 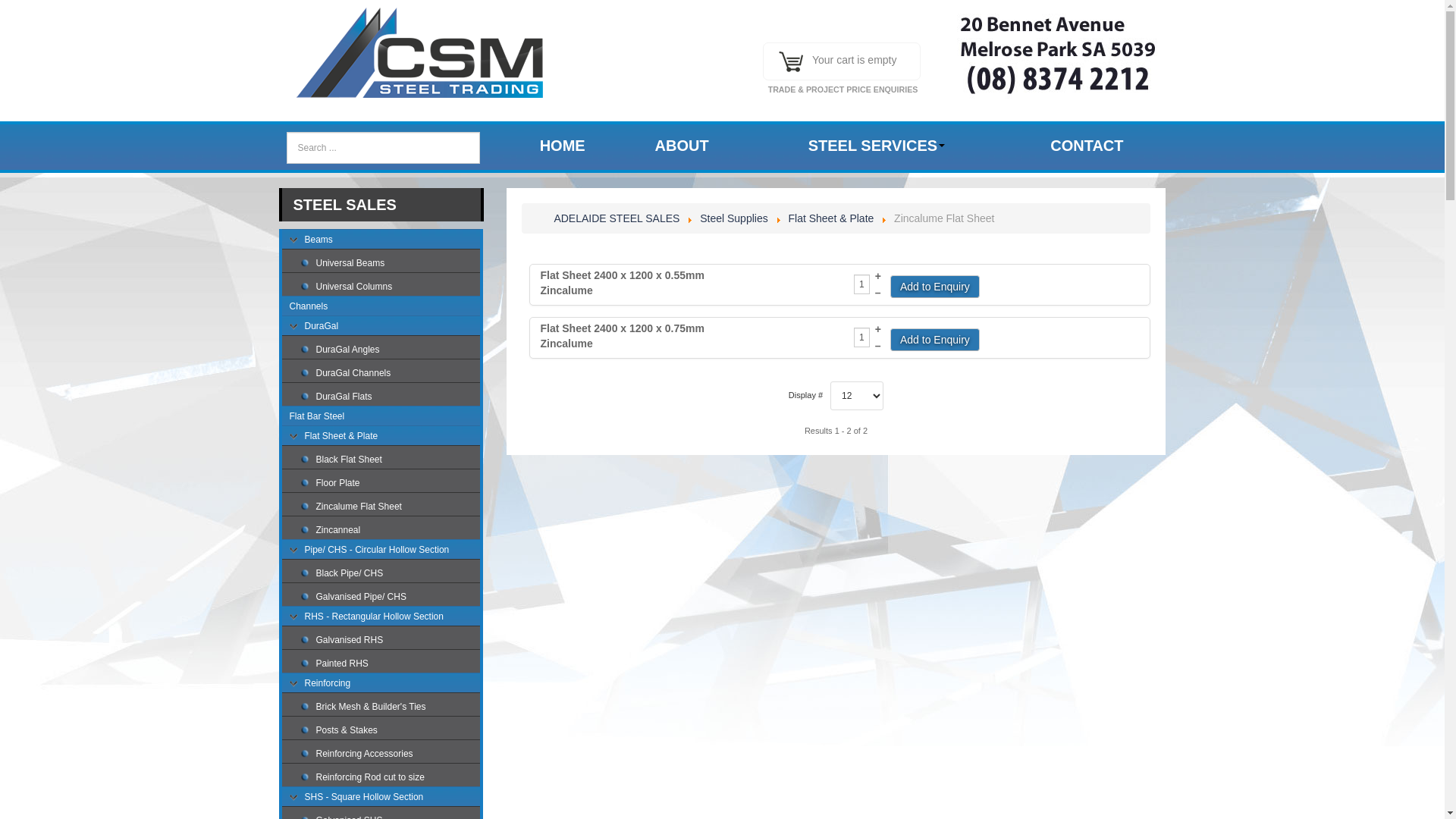 What do you see at coordinates (681, 146) in the screenshot?
I see `'ABOUT'` at bounding box center [681, 146].